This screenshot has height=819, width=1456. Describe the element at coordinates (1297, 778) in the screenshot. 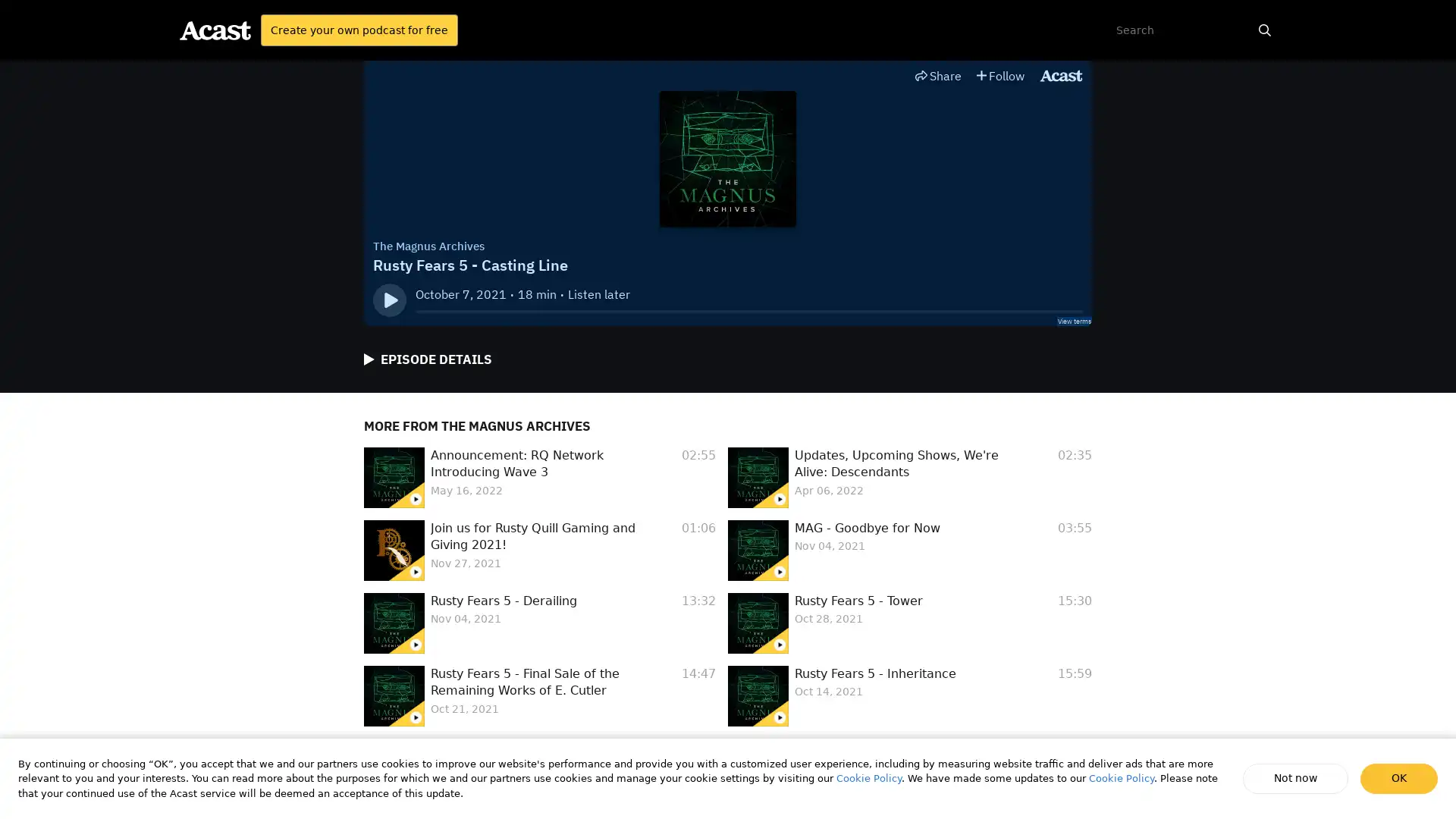

I see `Not now` at that location.